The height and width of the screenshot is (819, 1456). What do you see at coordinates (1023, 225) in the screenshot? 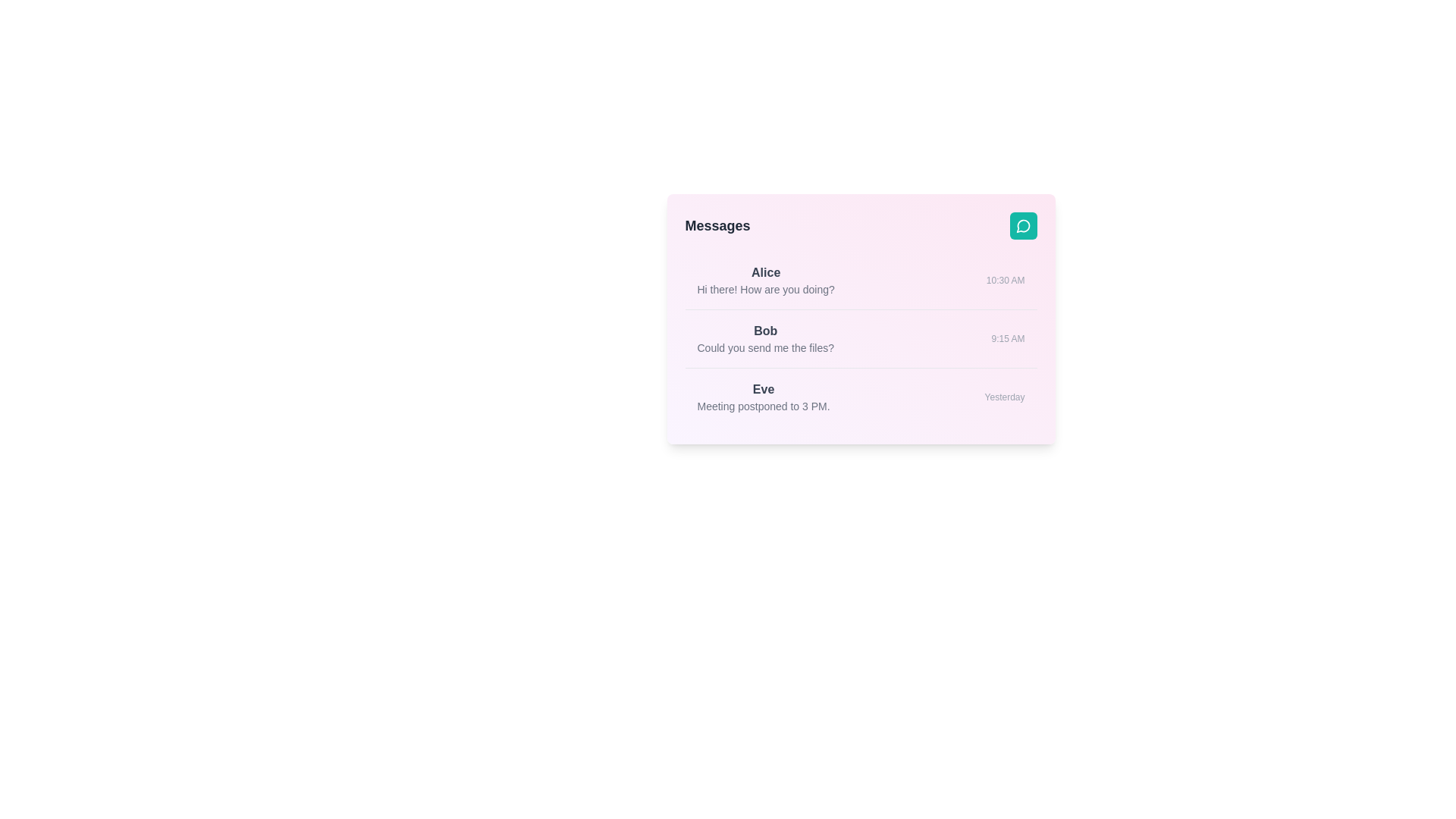
I see `the button in the header of the ConversationFeed component` at bounding box center [1023, 225].